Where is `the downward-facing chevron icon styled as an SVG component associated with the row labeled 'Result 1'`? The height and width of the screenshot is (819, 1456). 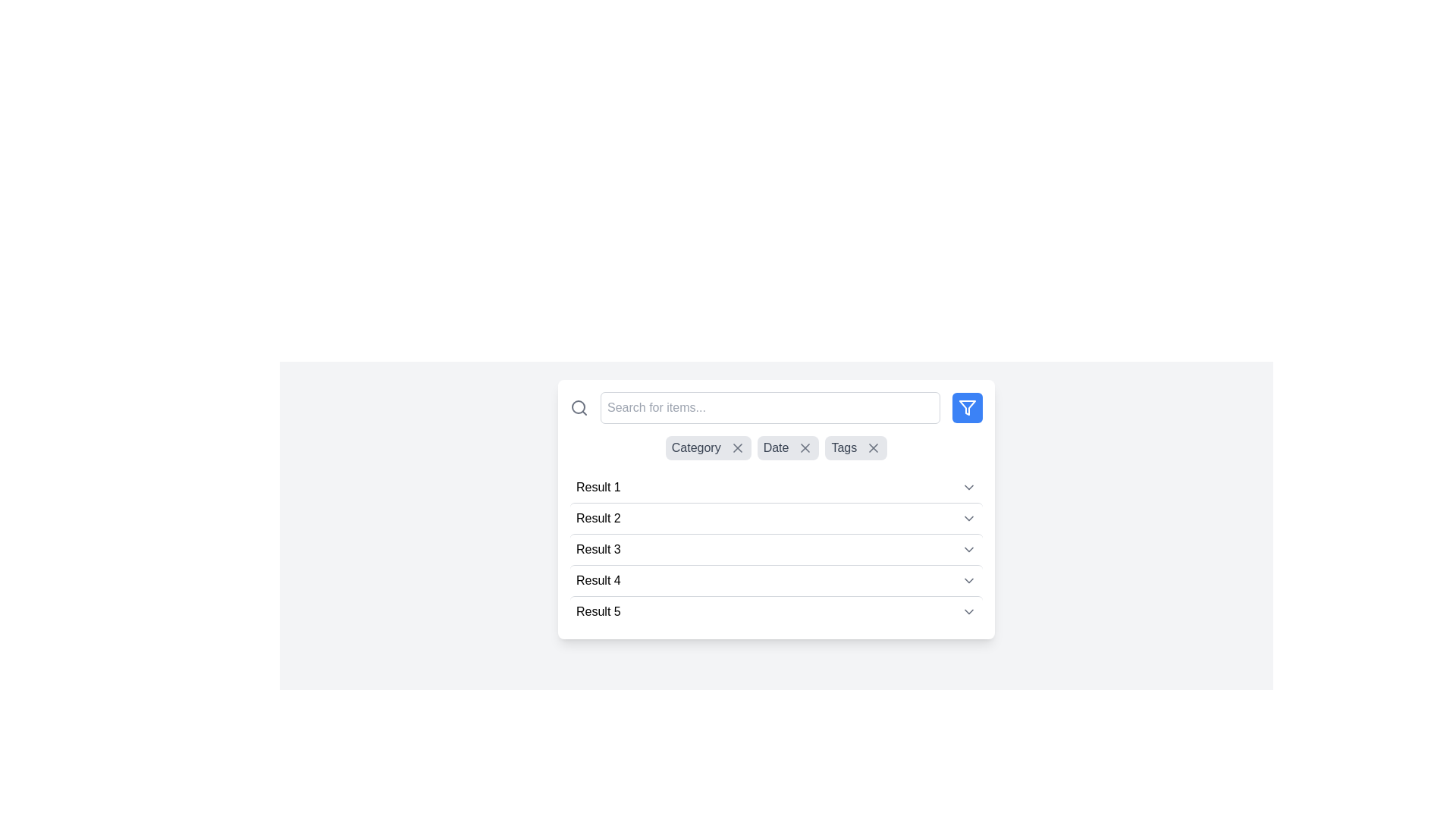
the downward-facing chevron icon styled as an SVG component associated with the row labeled 'Result 1' is located at coordinates (968, 488).